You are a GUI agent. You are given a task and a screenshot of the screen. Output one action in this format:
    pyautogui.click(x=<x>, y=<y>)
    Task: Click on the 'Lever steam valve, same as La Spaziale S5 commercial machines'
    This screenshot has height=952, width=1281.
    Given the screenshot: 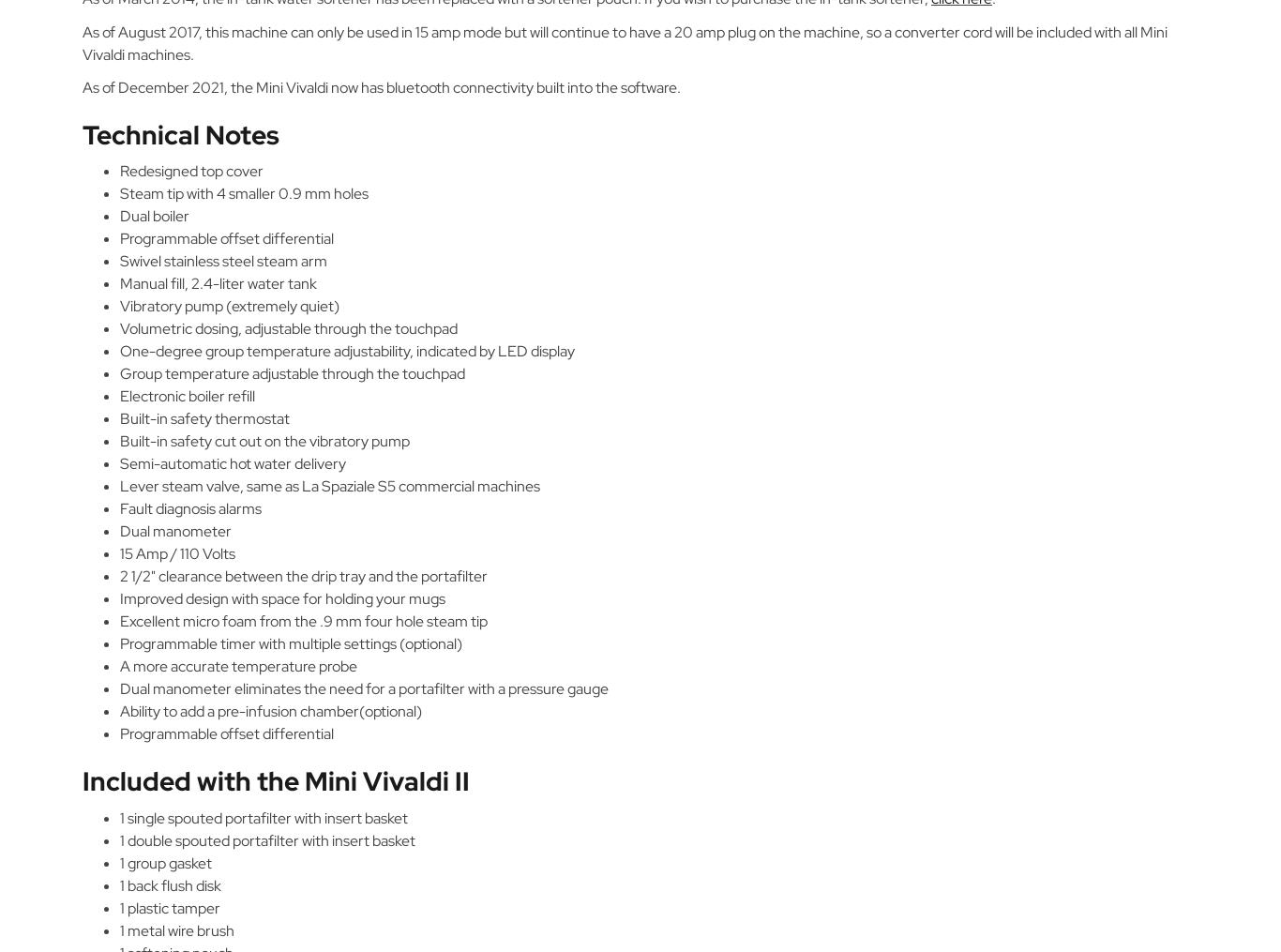 What is the action you would take?
    pyautogui.click(x=329, y=486)
    